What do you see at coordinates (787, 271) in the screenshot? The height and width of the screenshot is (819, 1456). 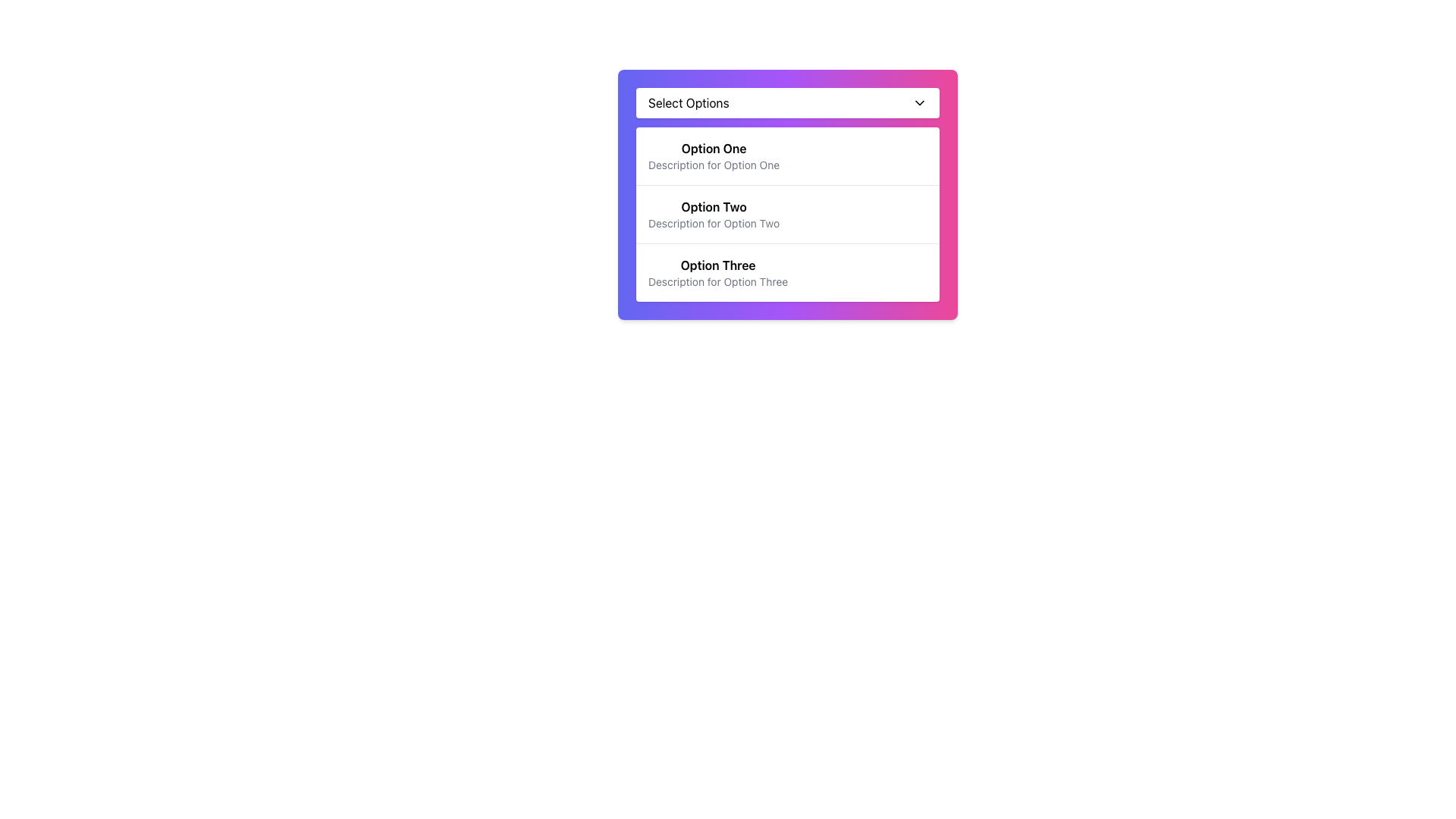 I see `the third selectable option in the dropdown menu` at bounding box center [787, 271].